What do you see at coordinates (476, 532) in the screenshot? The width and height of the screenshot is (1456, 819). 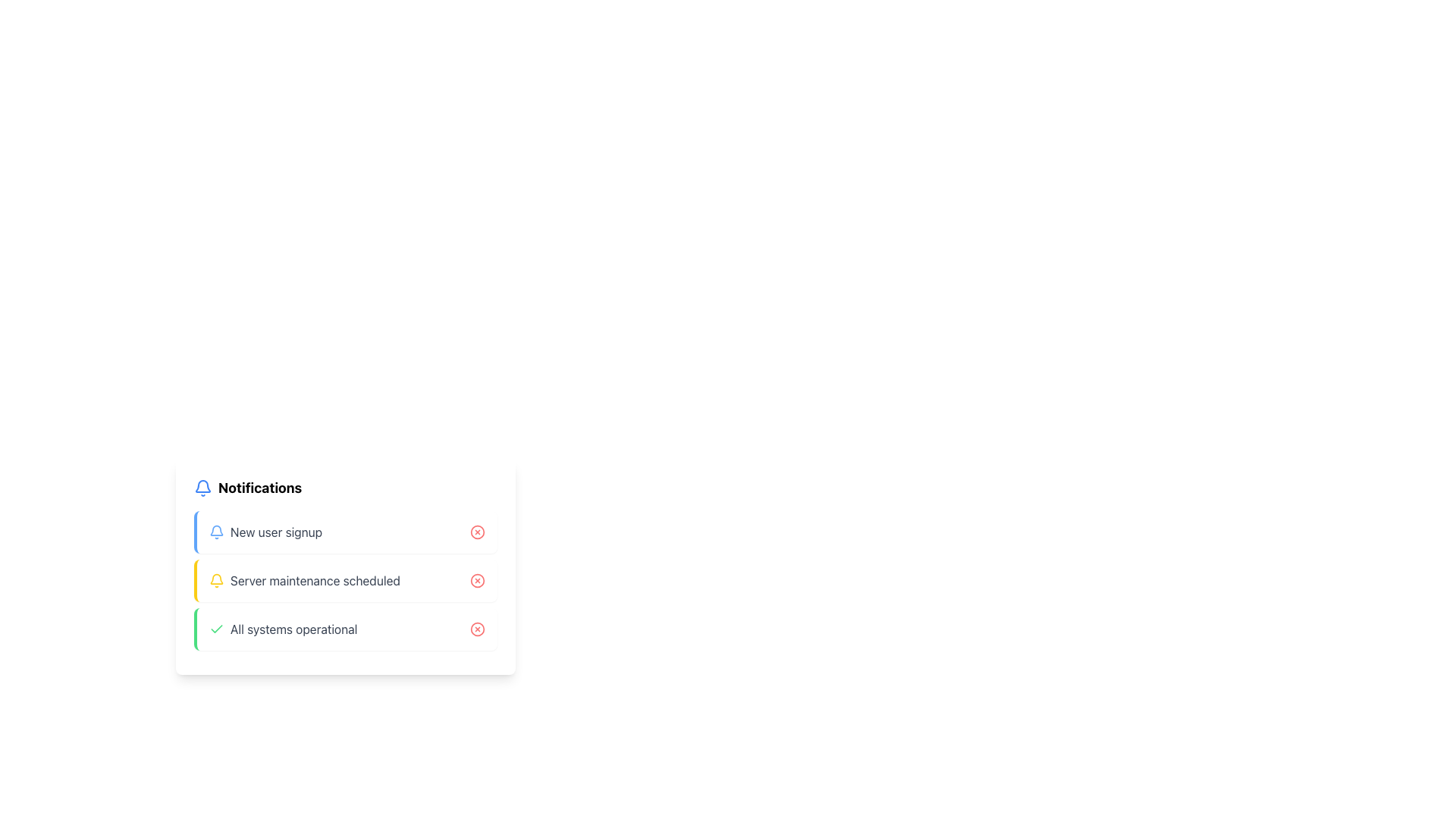 I see `the Close button located in the topmost notification entry labeled 'New user signup'` at bounding box center [476, 532].